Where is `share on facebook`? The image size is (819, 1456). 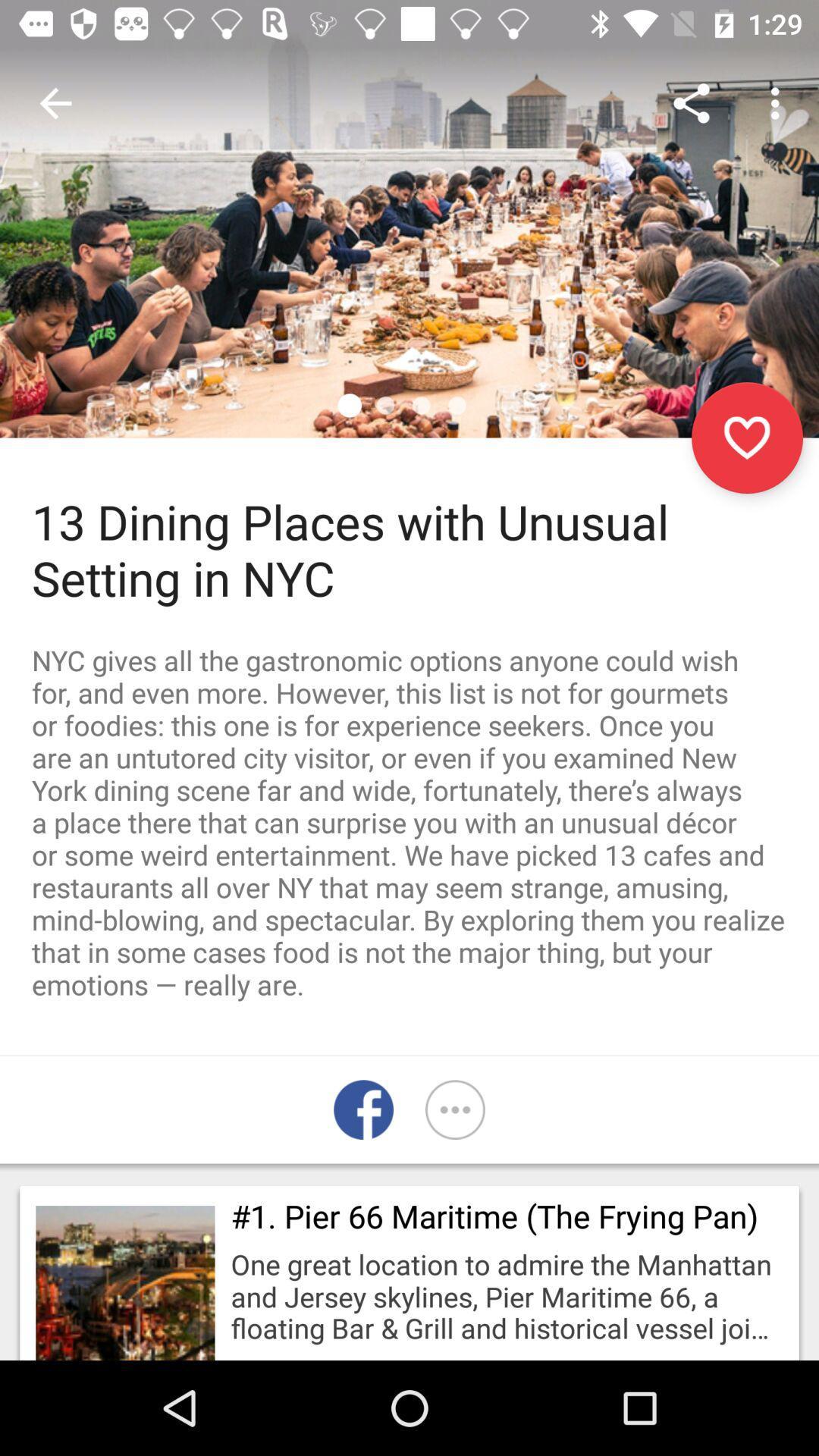 share on facebook is located at coordinates (363, 1109).